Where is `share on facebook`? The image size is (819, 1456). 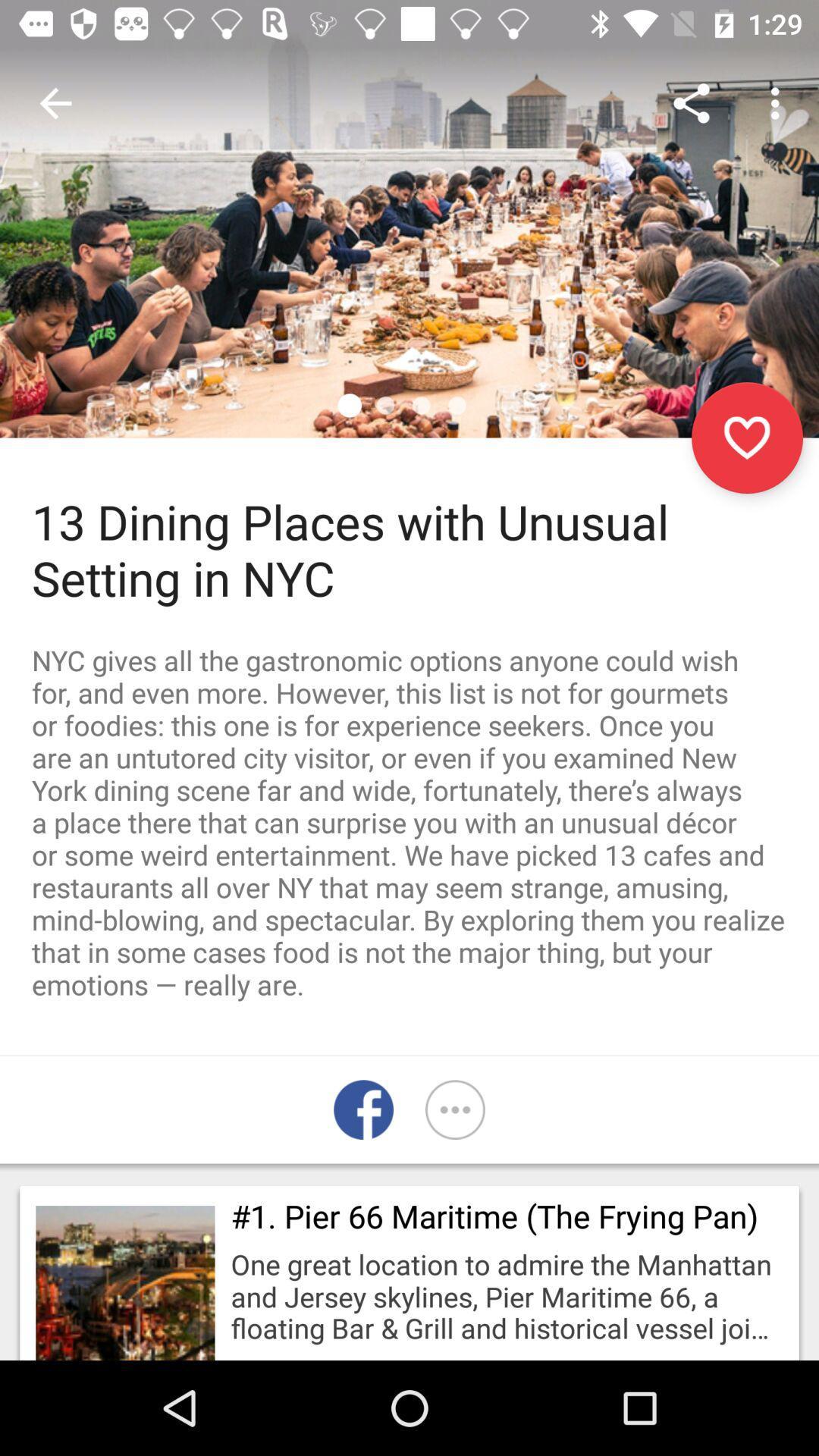 share on facebook is located at coordinates (363, 1109).